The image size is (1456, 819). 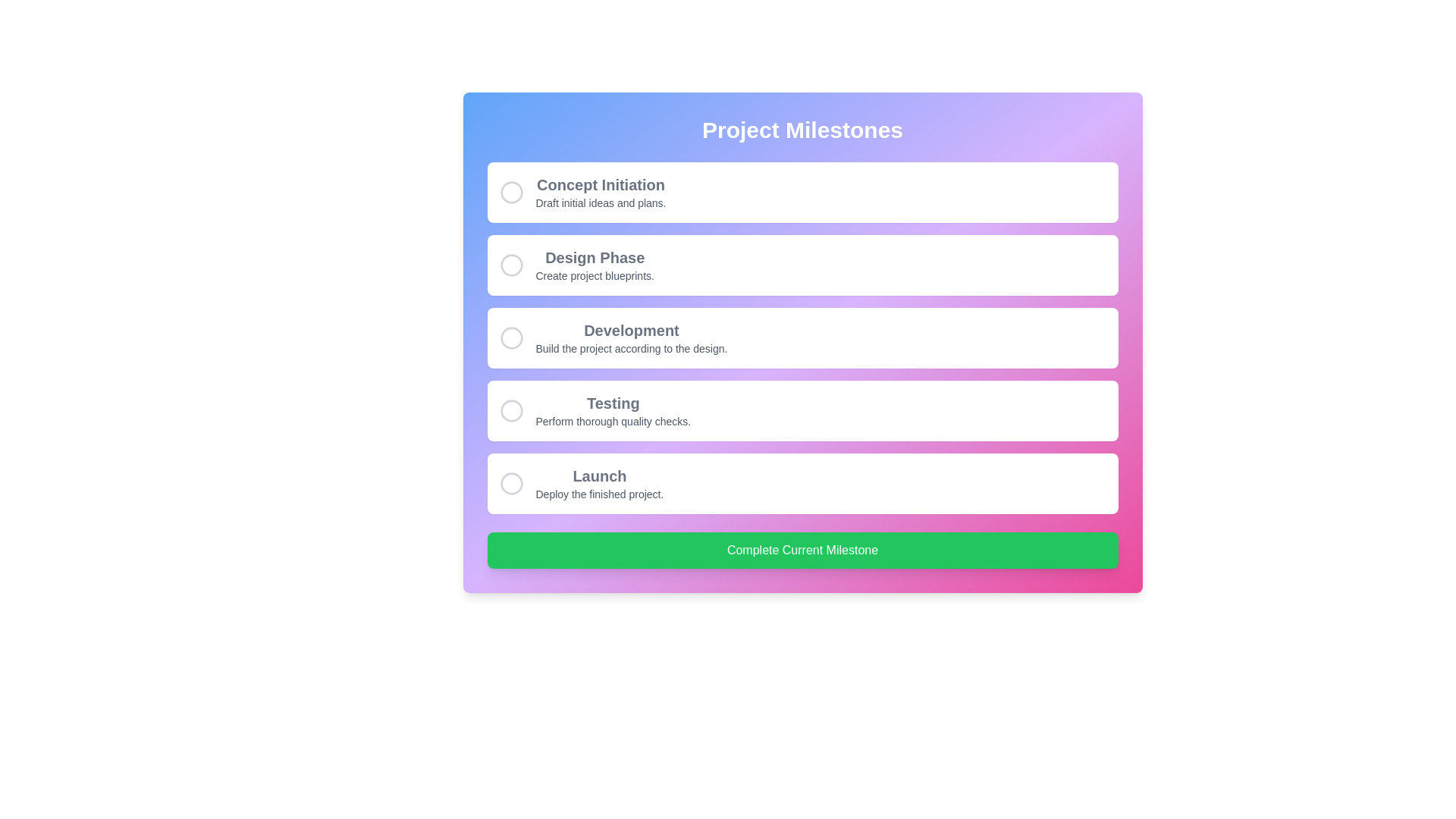 What do you see at coordinates (511, 483) in the screenshot?
I see `the circular icon with a gray fill and thin stroke located within the 'Launch' card at the bottom of the milestone list` at bounding box center [511, 483].